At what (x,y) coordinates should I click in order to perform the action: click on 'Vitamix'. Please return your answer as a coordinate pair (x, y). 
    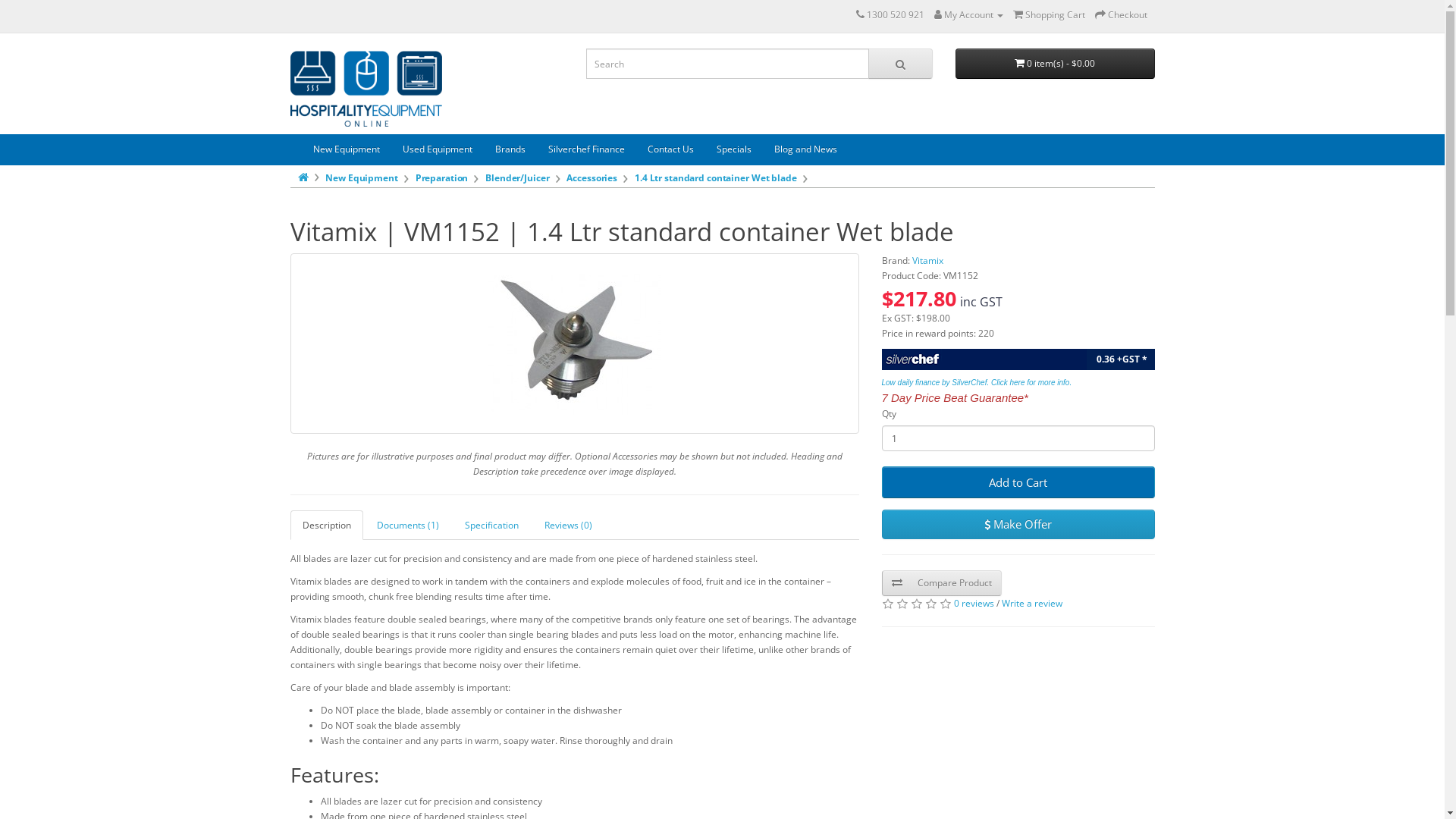
    Looking at the image, I should click on (926, 259).